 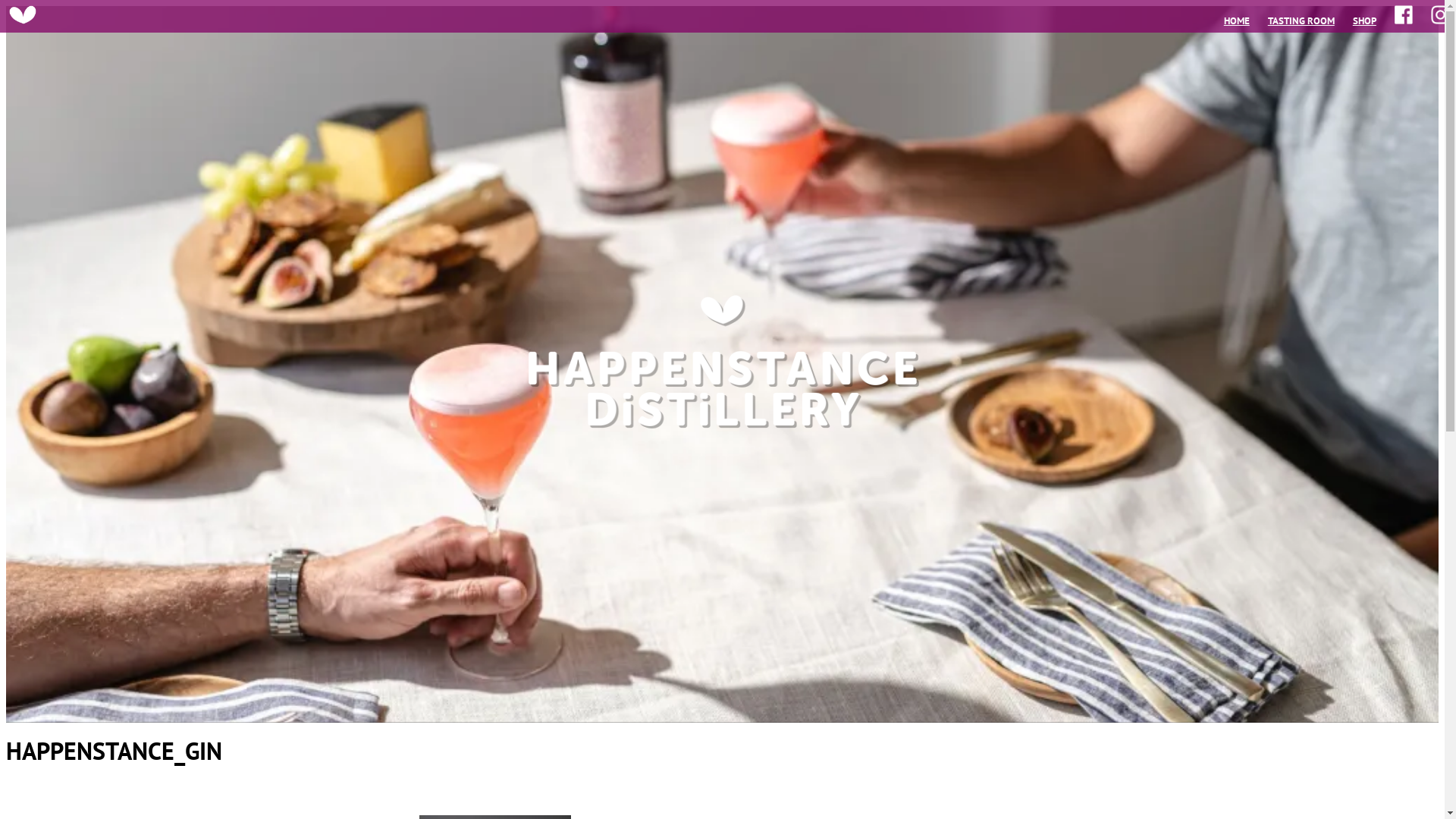 What do you see at coordinates (5, 5) in the screenshot?
I see `'Skip to content'` at bounding box center [5, 5].